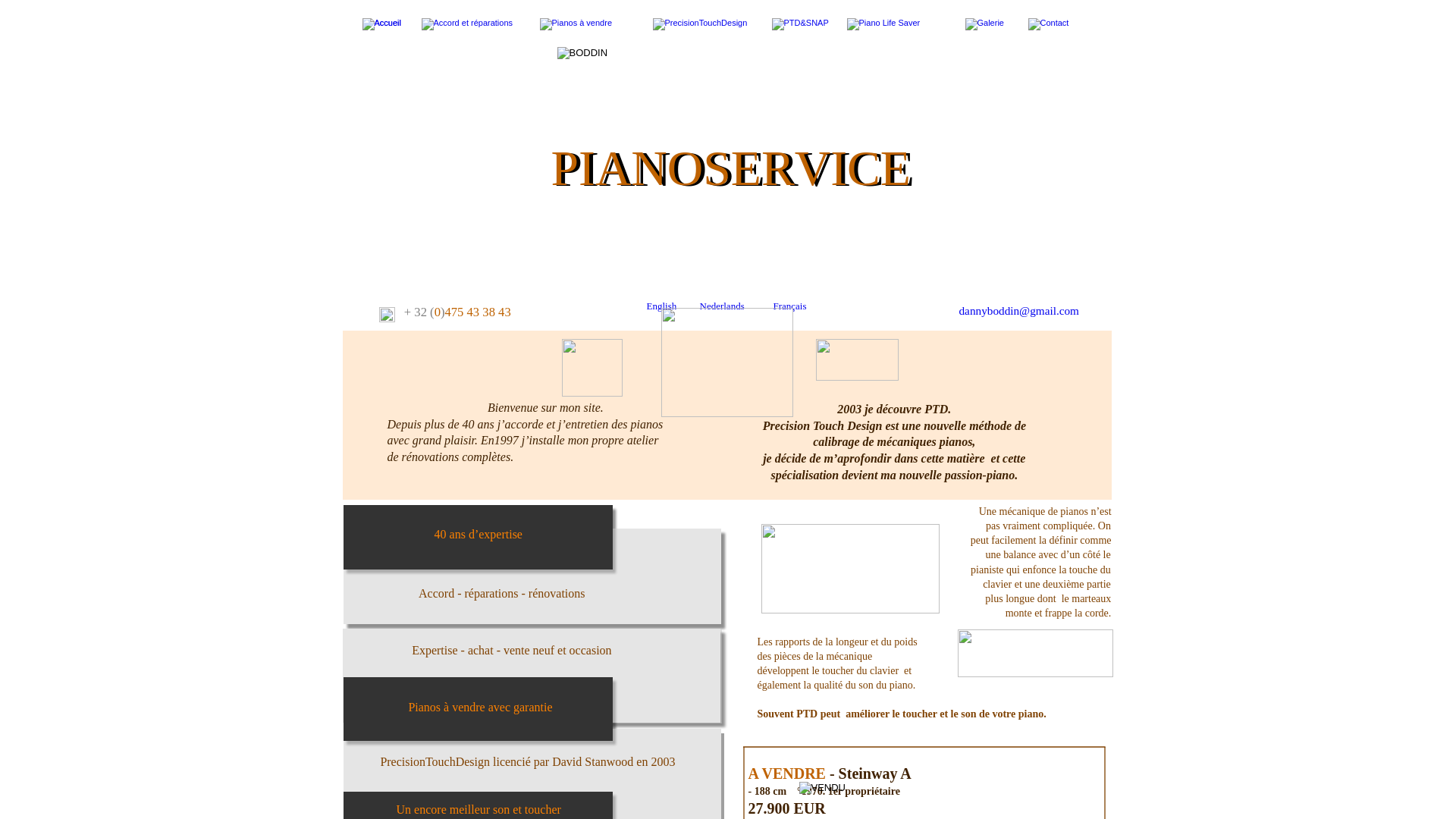 This screenshot has height=819, width=1456. I want to click on 'English', so click(661, 306).